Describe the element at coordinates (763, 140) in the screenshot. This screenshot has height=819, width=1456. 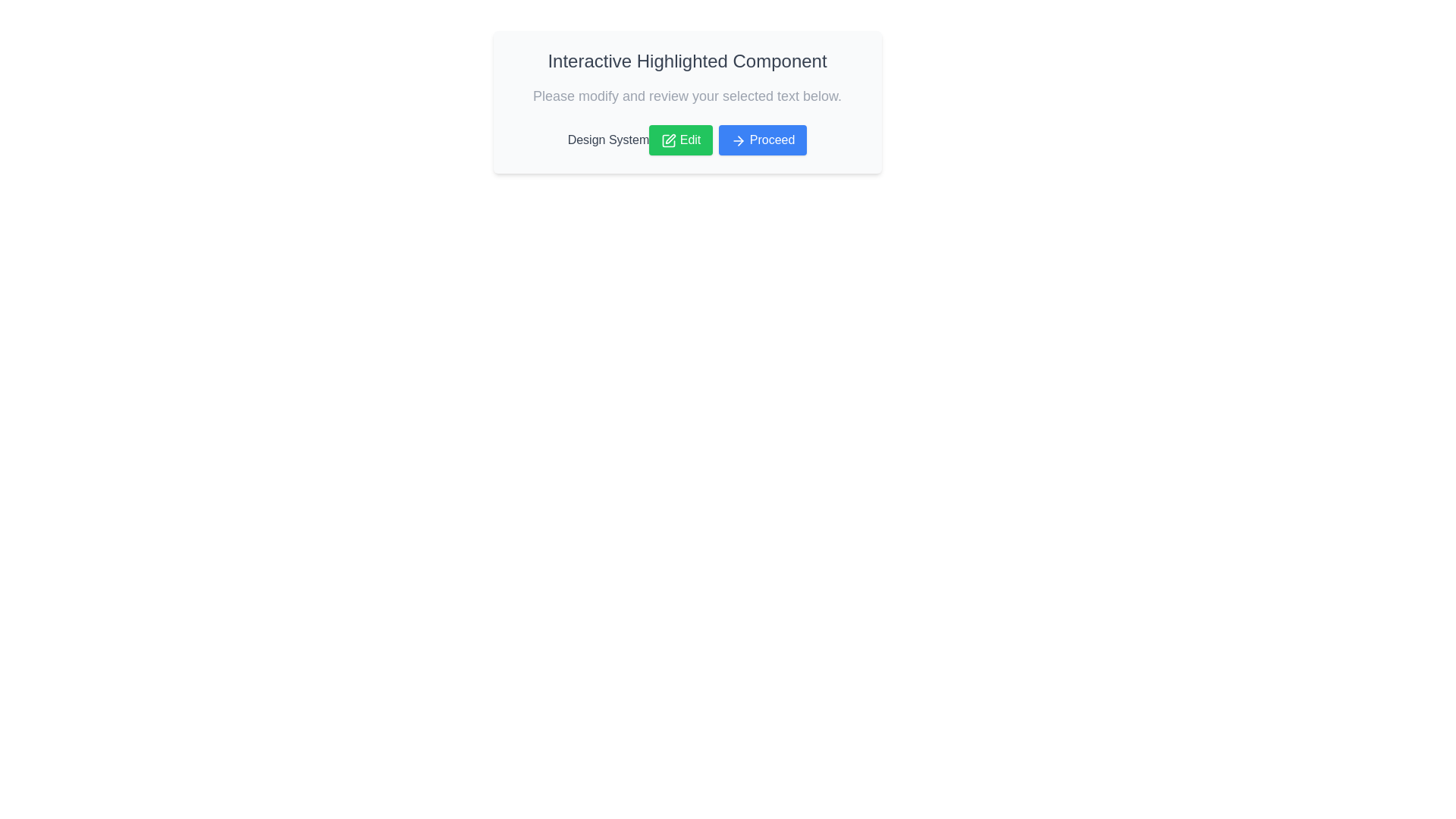
I see `the 'Proceed' button, which is the last interactive element under the title 'Interactive Highlighted Component'` at that location.